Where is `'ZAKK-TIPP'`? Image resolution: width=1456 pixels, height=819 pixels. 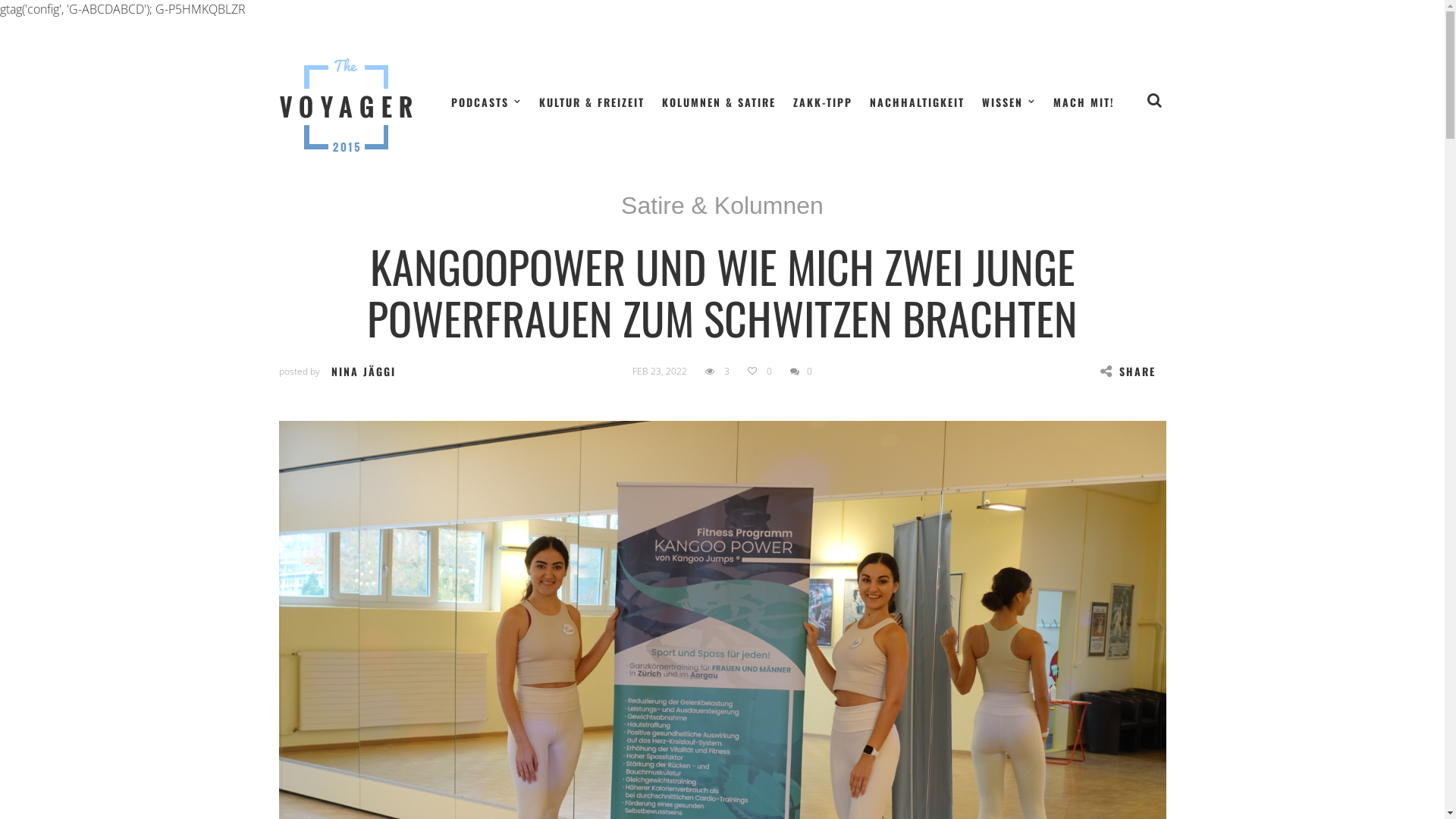
'ZAKK-TIPP' is located at coordinates (821, 102).